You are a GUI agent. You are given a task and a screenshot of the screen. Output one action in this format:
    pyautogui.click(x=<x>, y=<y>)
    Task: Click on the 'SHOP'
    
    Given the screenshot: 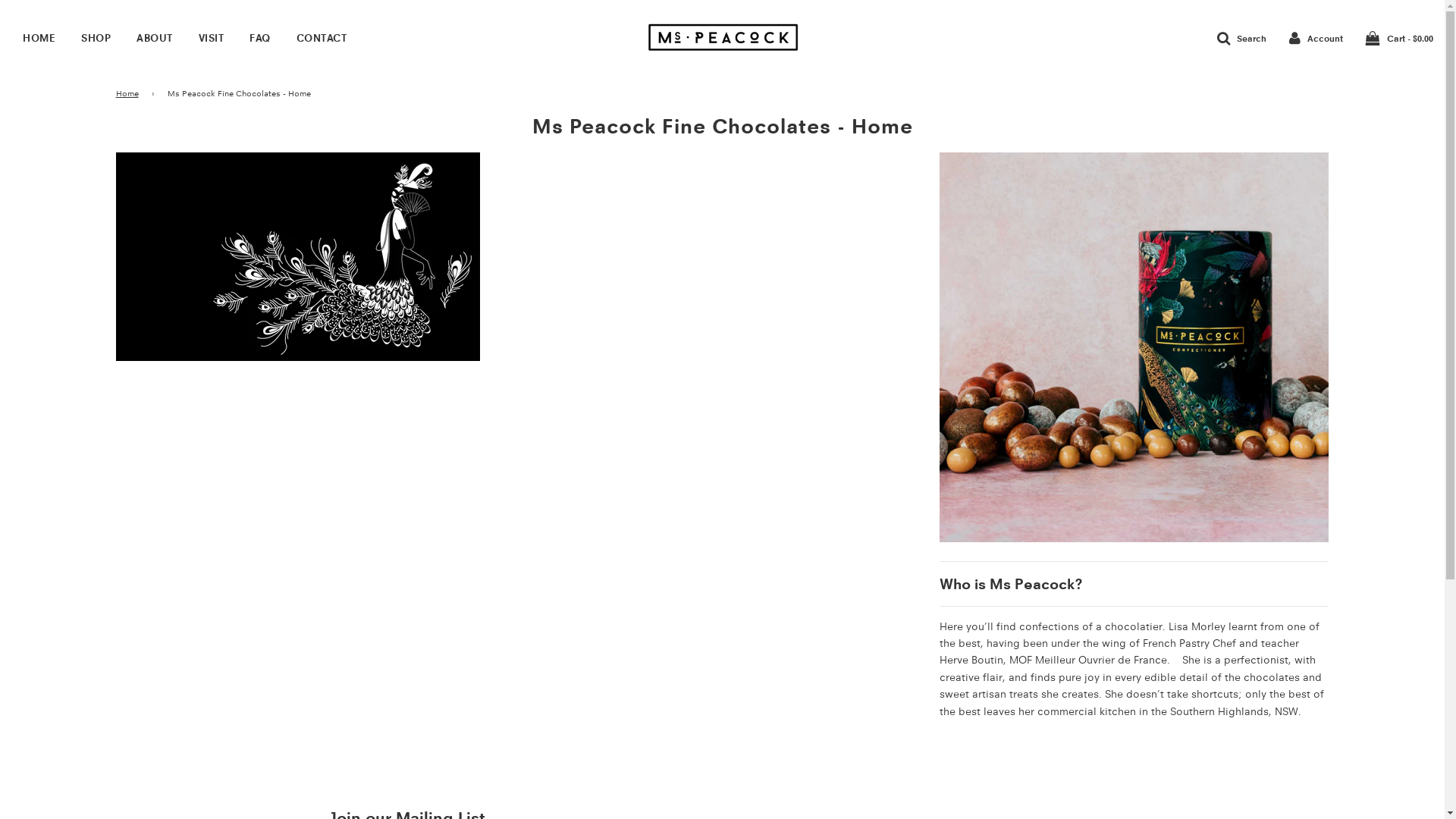 What is the action you would take?
    pyautogui.click(x=95, y=37)
    